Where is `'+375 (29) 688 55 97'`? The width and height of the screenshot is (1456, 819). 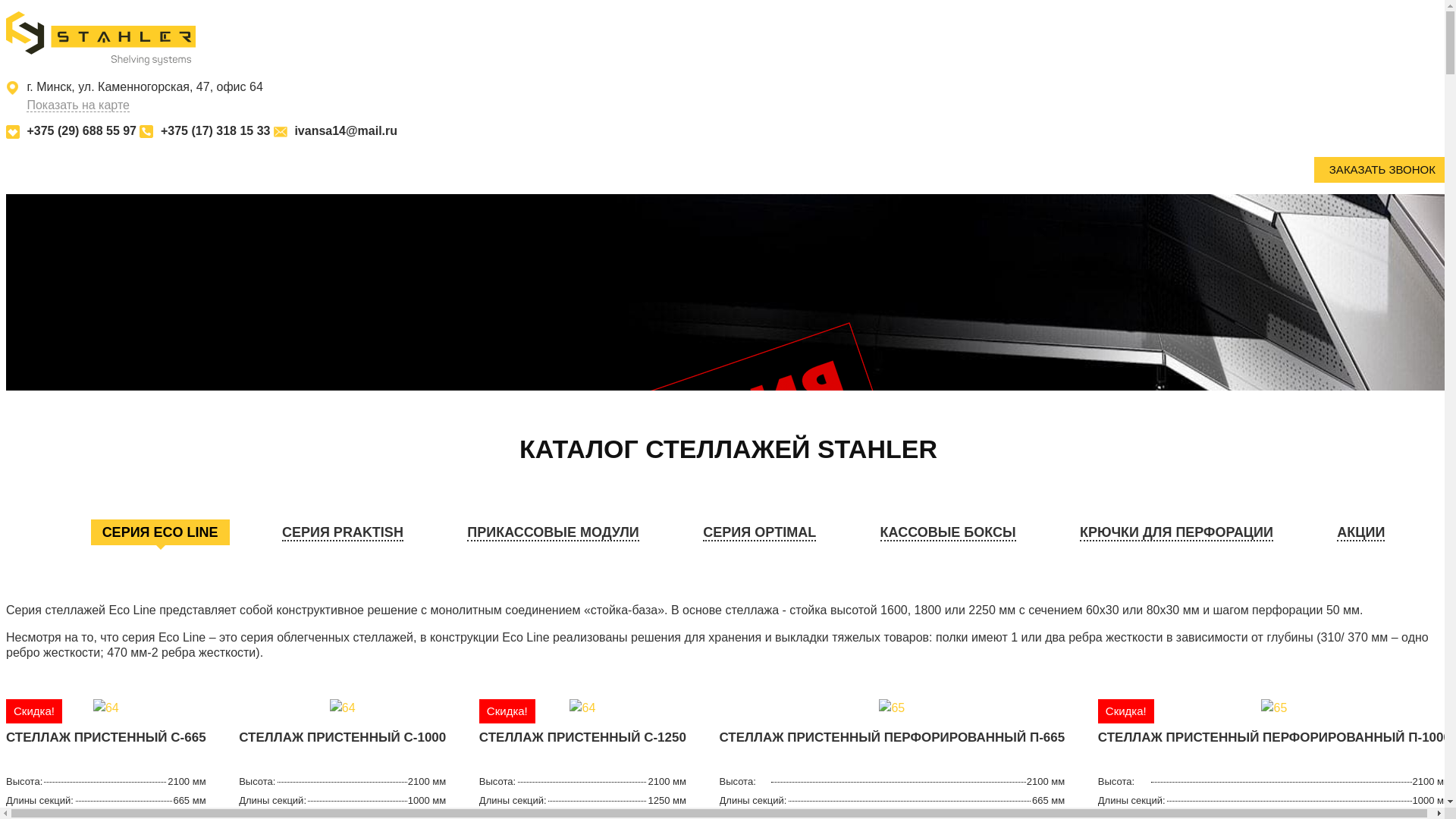
'+375 (29) 688 55 97' is located at coordinates (26, 130).